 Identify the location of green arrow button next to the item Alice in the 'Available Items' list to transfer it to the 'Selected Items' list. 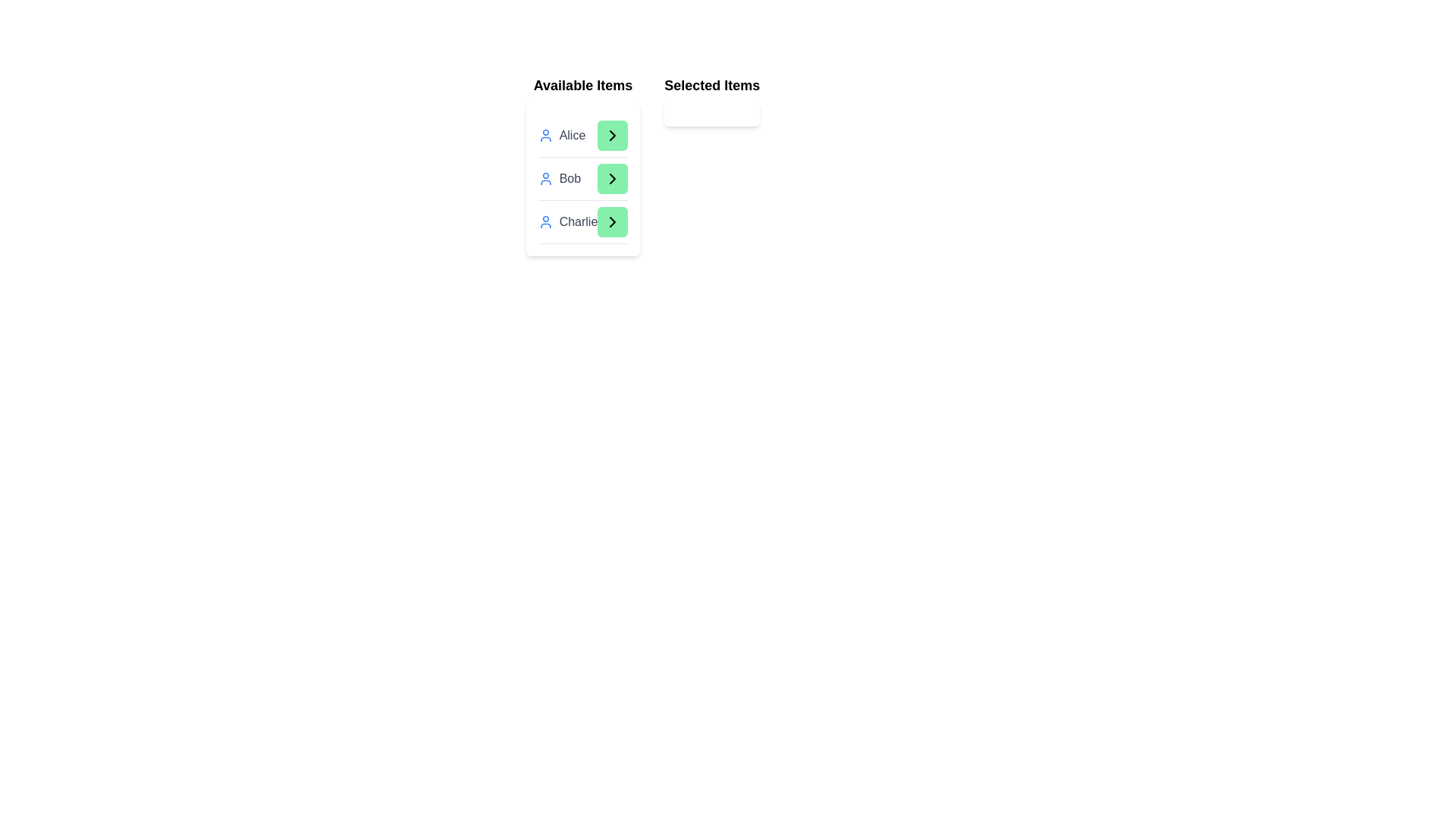
(613, 134).